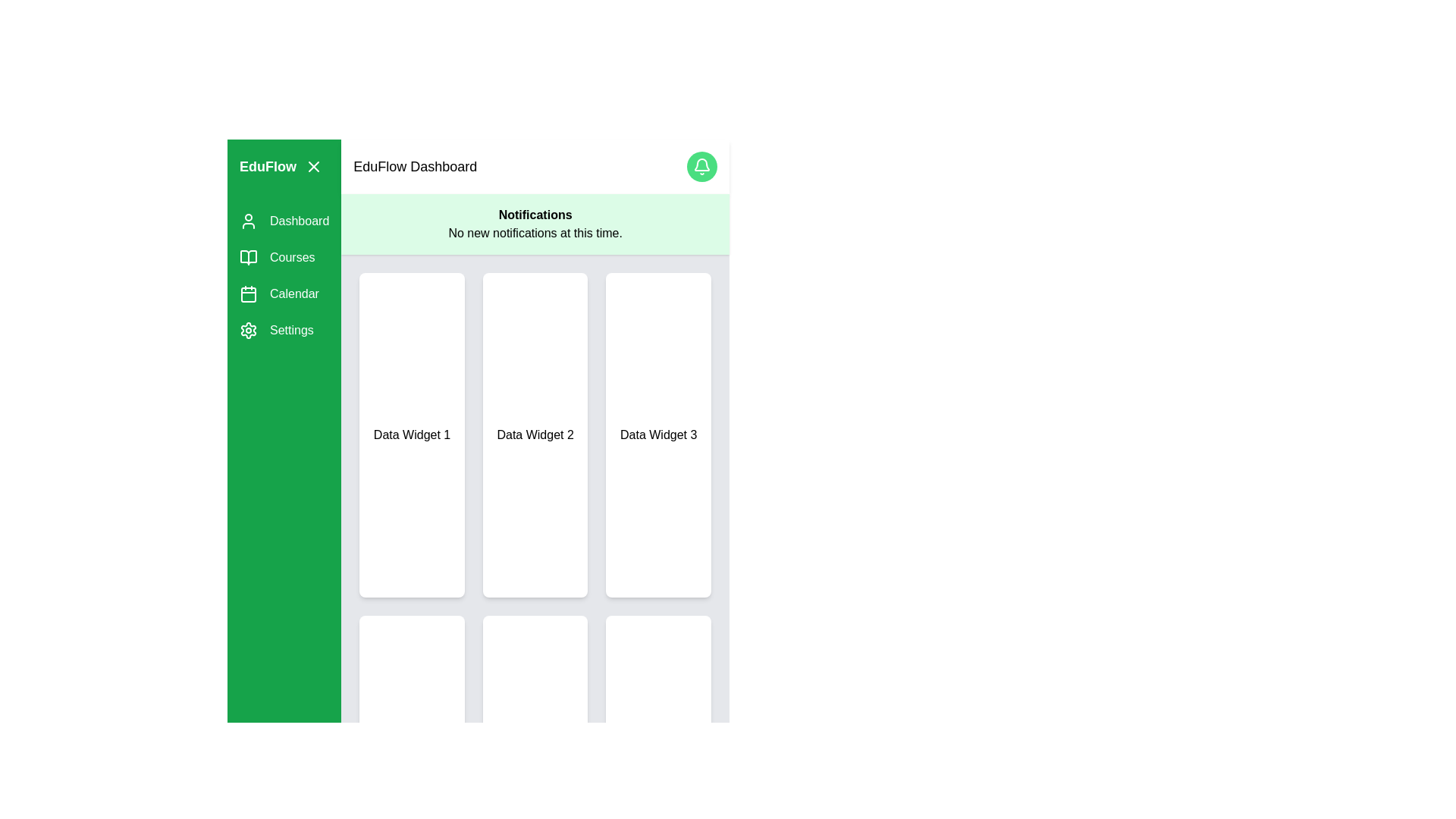 This screenshot has height=819, width=1456. Describe the element at coordinates (248, 256) in the screenshot. I see `the open book icon in the sidebar navigation` at that location.